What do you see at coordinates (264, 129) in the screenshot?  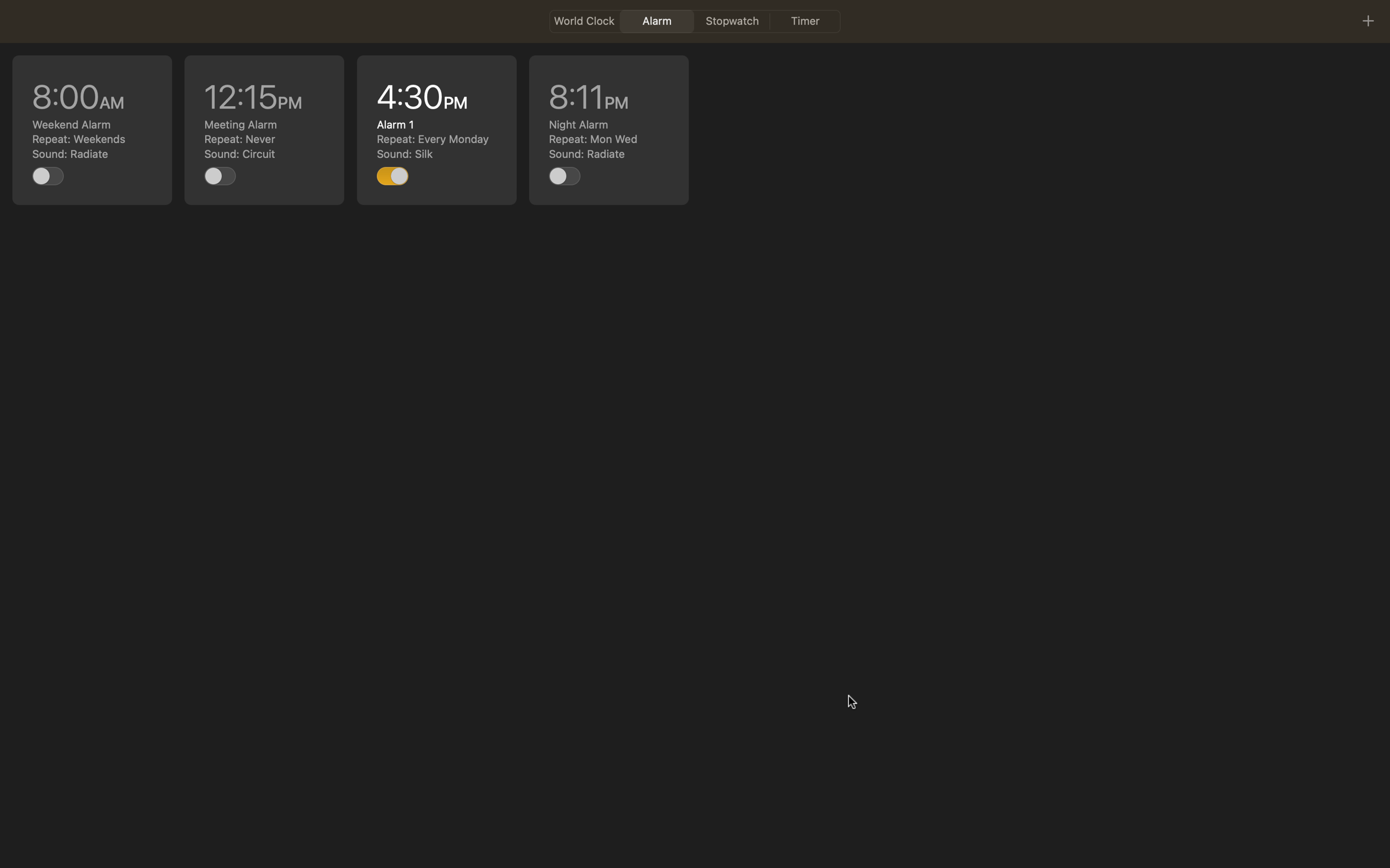 I see `Edit the 12pm event` at bounding box center [264, 129].